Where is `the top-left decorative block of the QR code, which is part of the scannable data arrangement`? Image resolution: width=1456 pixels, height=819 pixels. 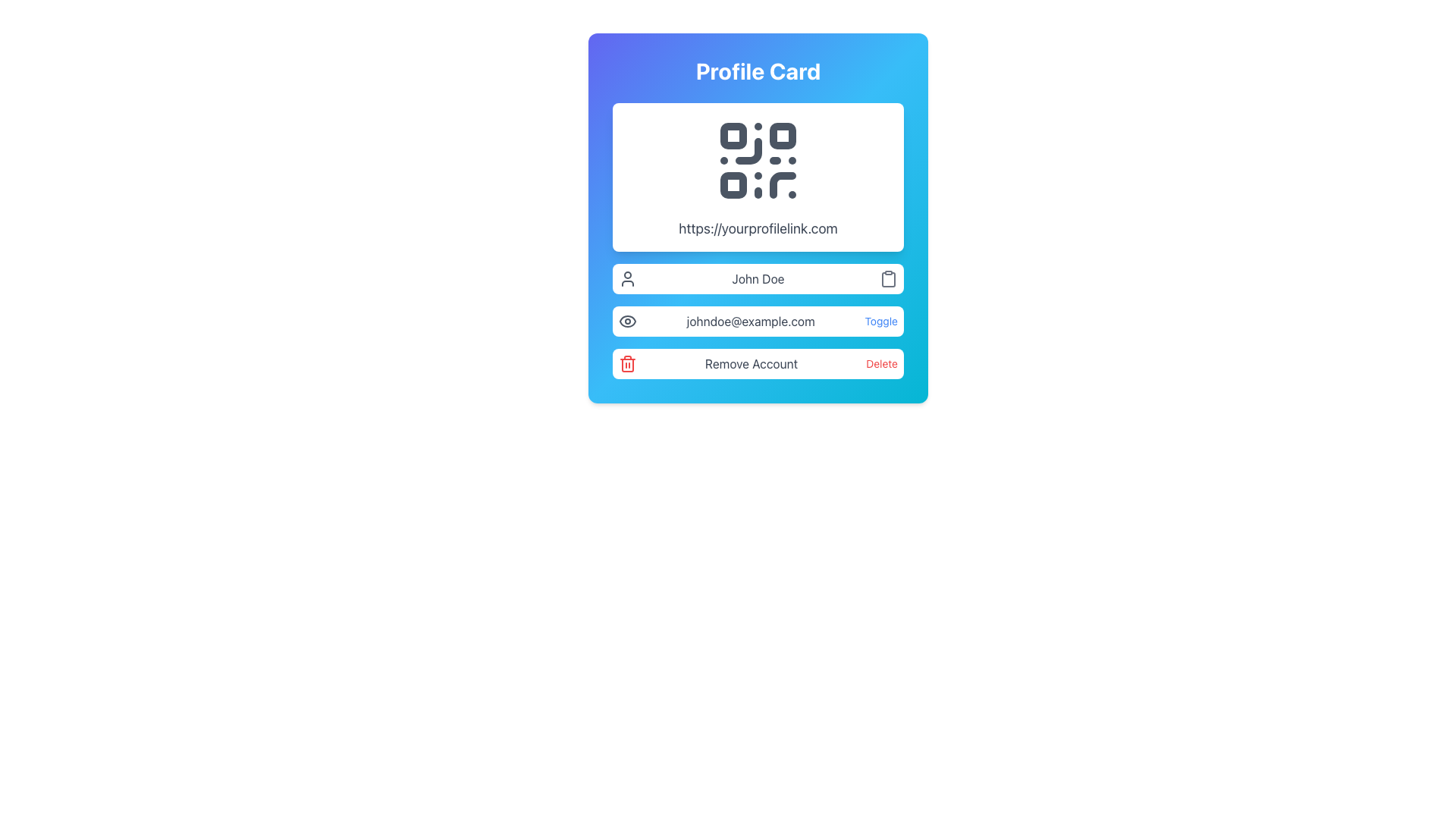 the top-left decorative block of the QR code, which is part of the scannable data arrangement is located at coordinates (733, 135).